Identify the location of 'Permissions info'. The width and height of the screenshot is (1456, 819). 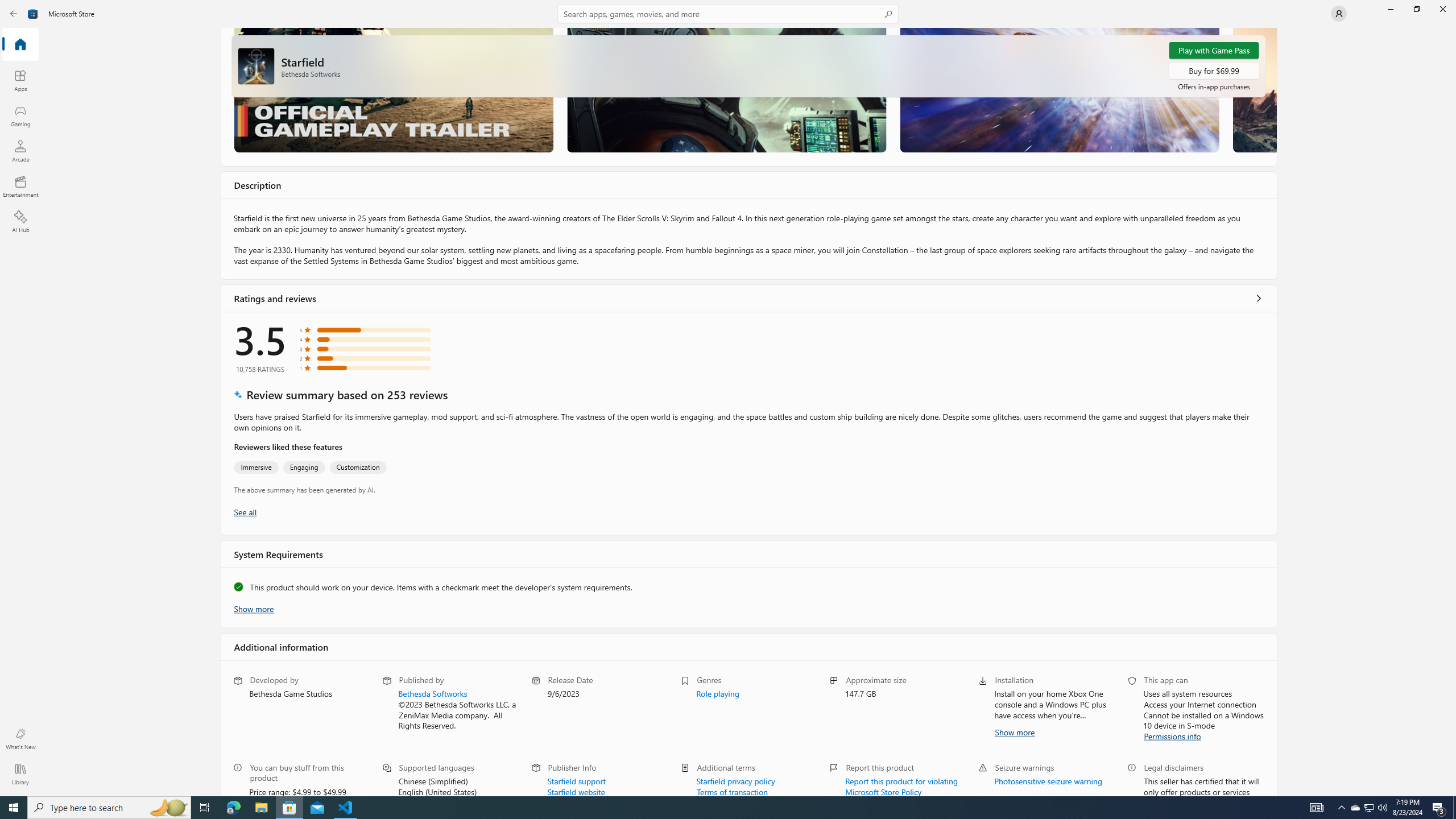
(1173, 735).